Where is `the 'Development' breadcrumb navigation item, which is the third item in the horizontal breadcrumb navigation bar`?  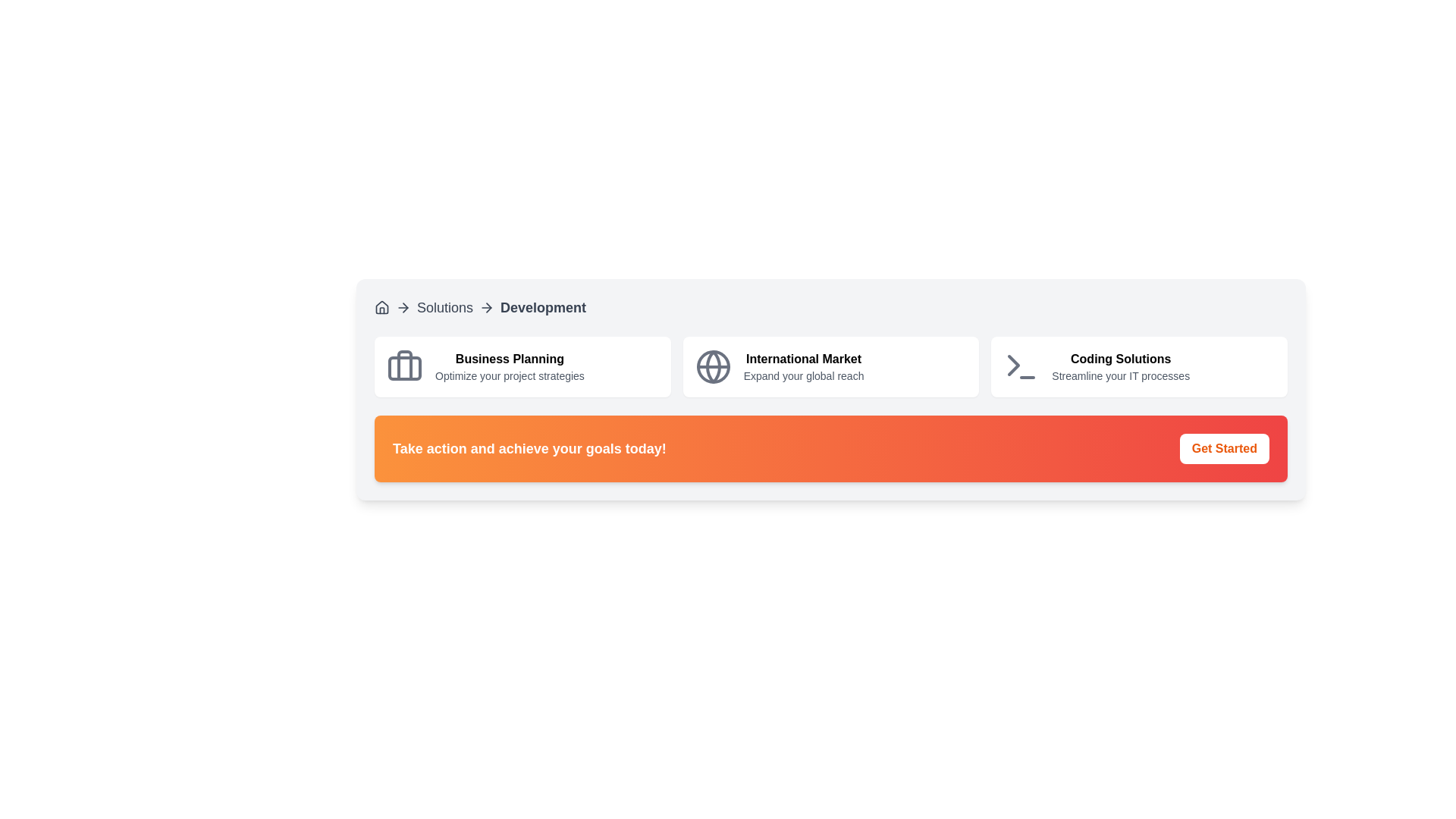
the 'Development' breadcrumb navigation item, which is the third item in the horizontal breadcrumb navigation bar is located at coordinates (543, 307).